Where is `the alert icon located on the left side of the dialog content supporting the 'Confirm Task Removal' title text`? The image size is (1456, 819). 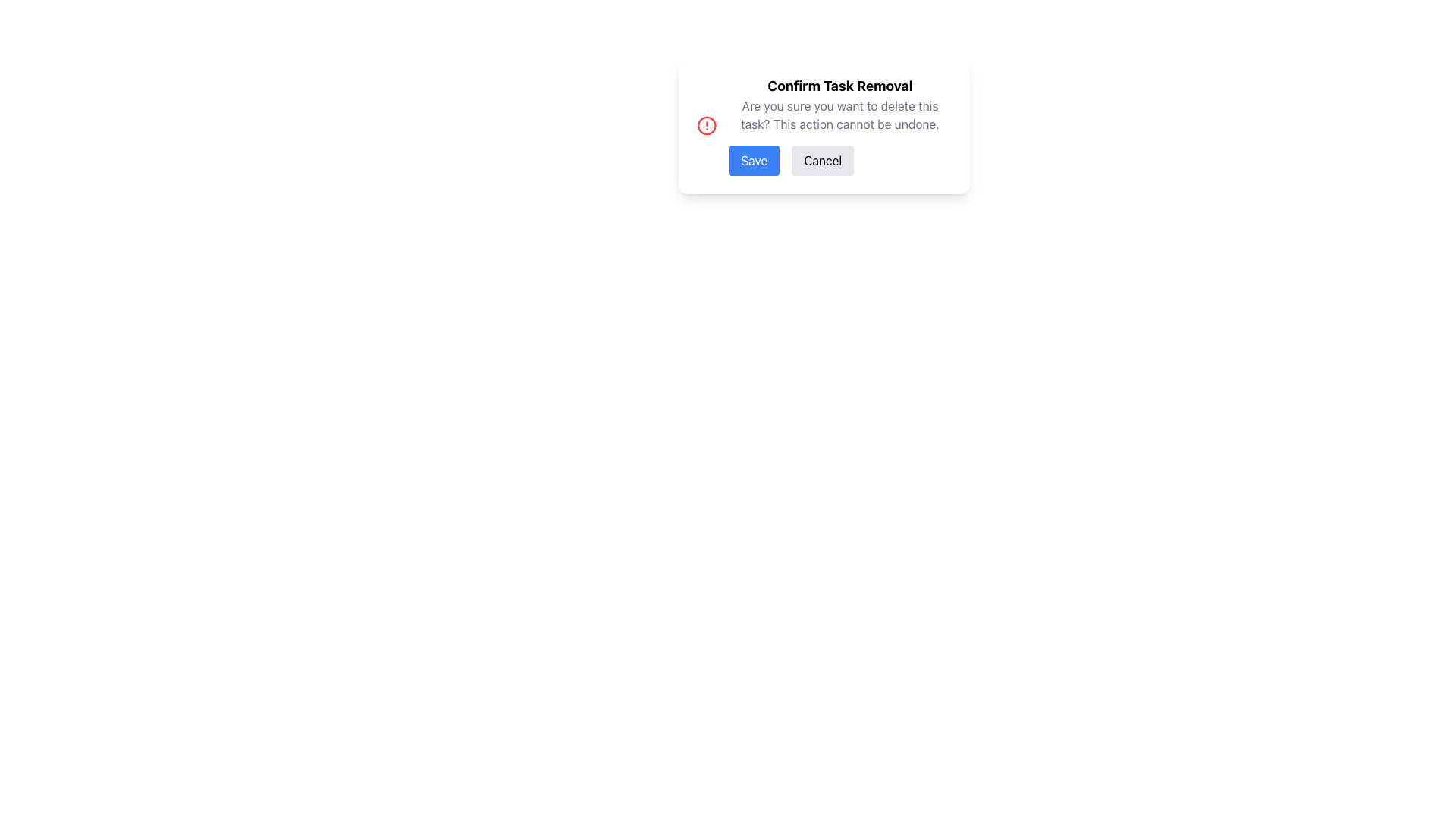
the alert icon located on the left side of the dialog content supporting the 'Confirm Task Removal' title text is located at coordinates (705, 124).